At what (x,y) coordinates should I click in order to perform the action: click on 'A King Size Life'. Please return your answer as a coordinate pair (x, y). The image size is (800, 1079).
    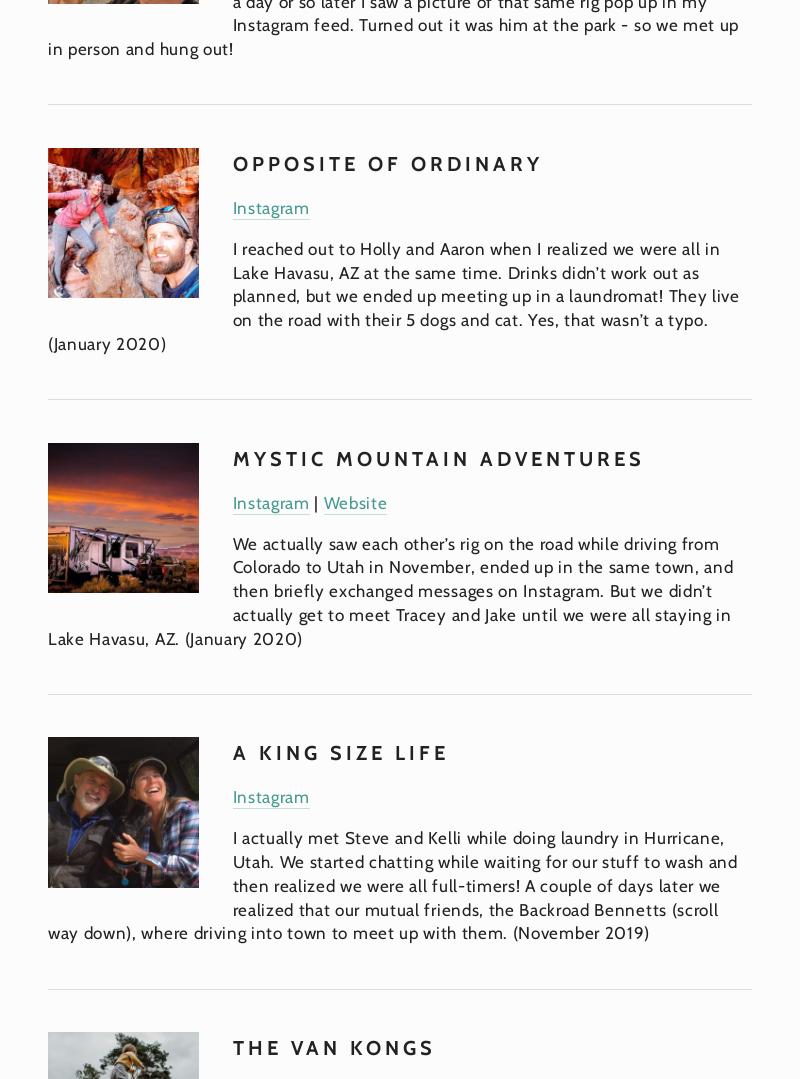
    Looking at the image, I should click on (340, 753).